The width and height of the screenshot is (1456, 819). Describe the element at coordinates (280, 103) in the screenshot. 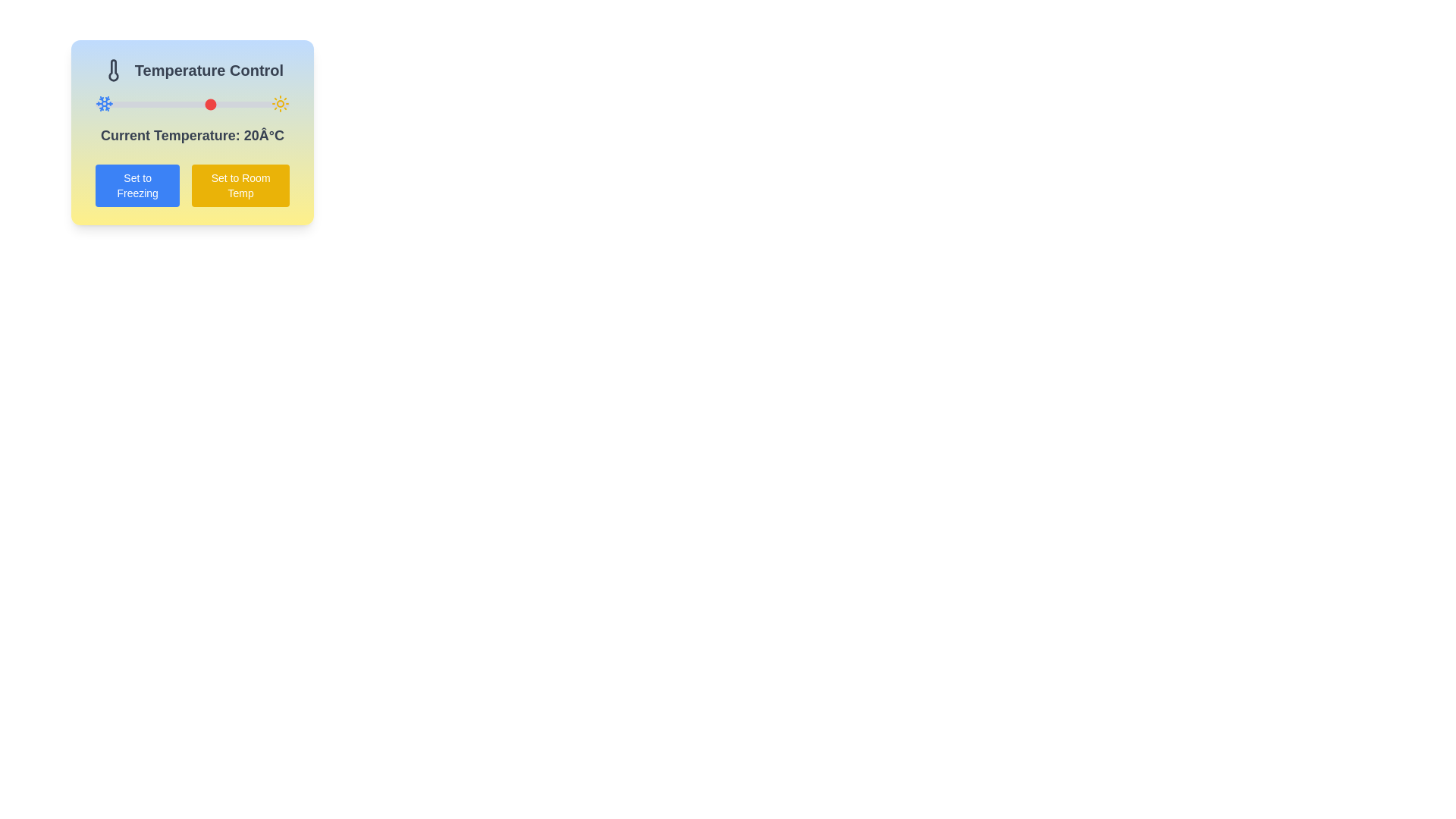

I see `the temperature icon located in the top-right corner of the 'Temperature Control' box, which represents higher temperature settings` at that location.